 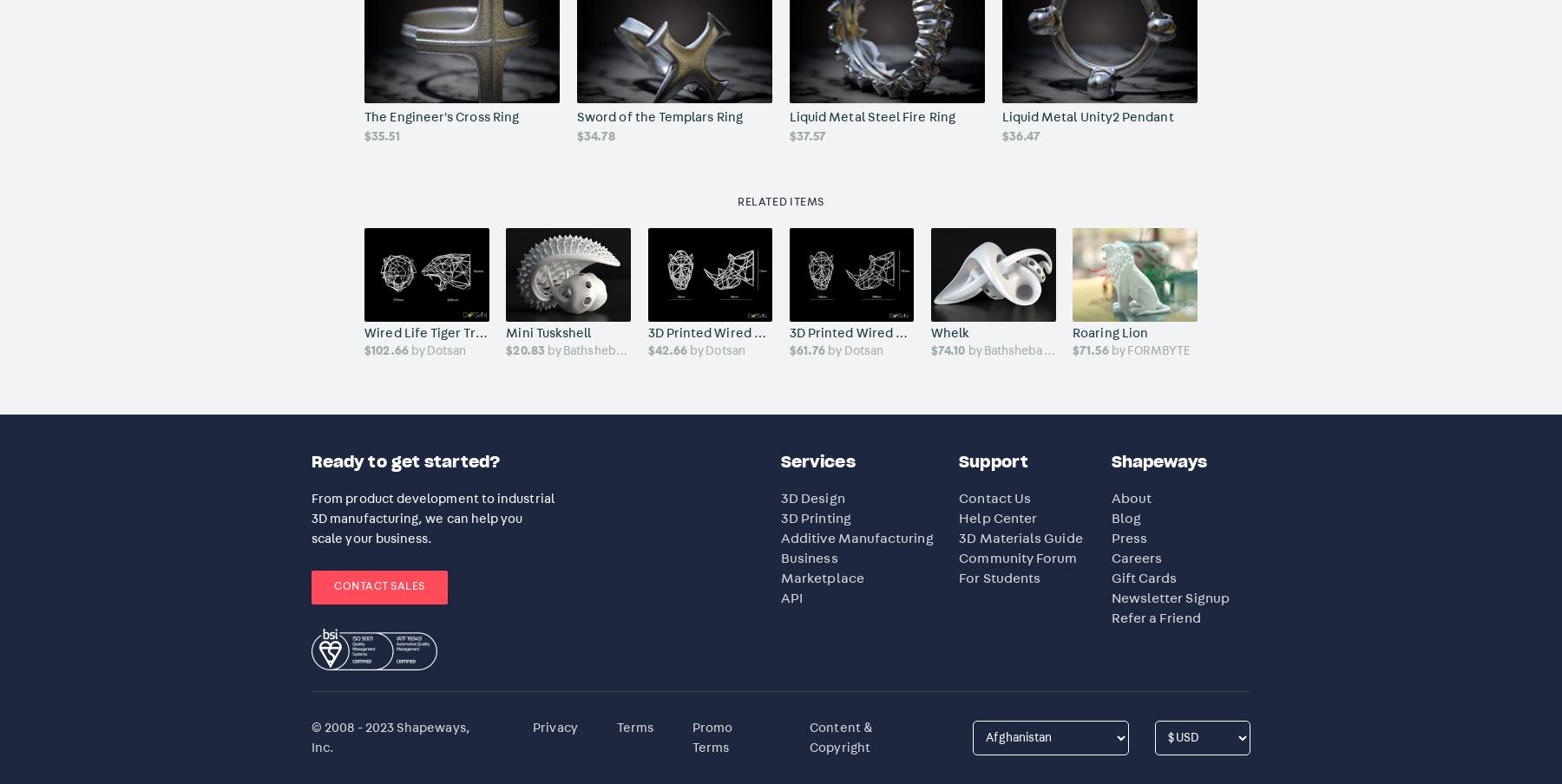 What do you see at coordinates (712, 737) in the screenshot?
I see `'Promo Terms'` at bounding box center [712, 737].